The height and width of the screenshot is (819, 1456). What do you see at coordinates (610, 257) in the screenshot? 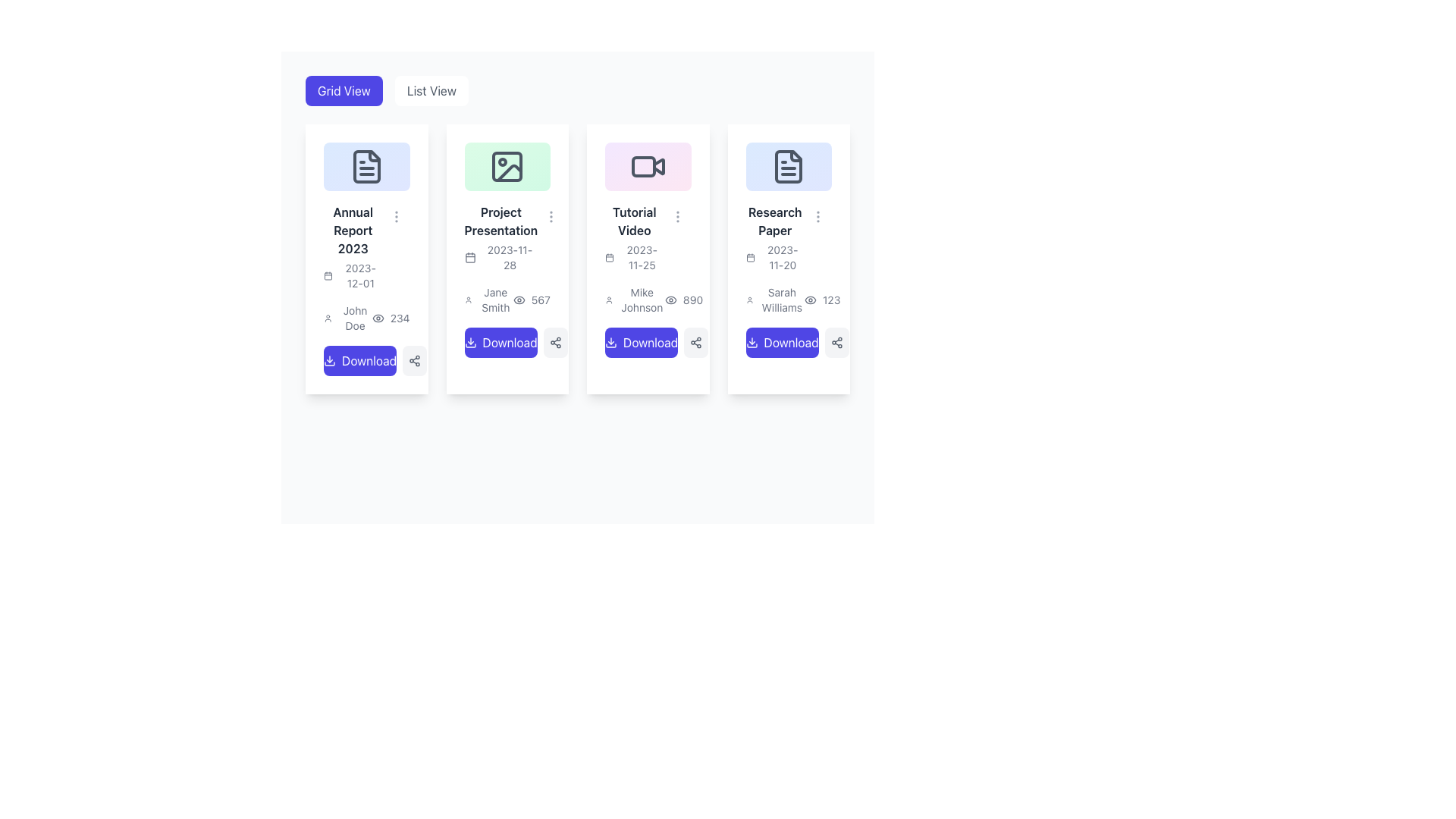
I see `the decorative component of the calendar icon located in the 'Tutorial Video' card in the third position of the layout's row of cards` at bounding box center [610, 257].